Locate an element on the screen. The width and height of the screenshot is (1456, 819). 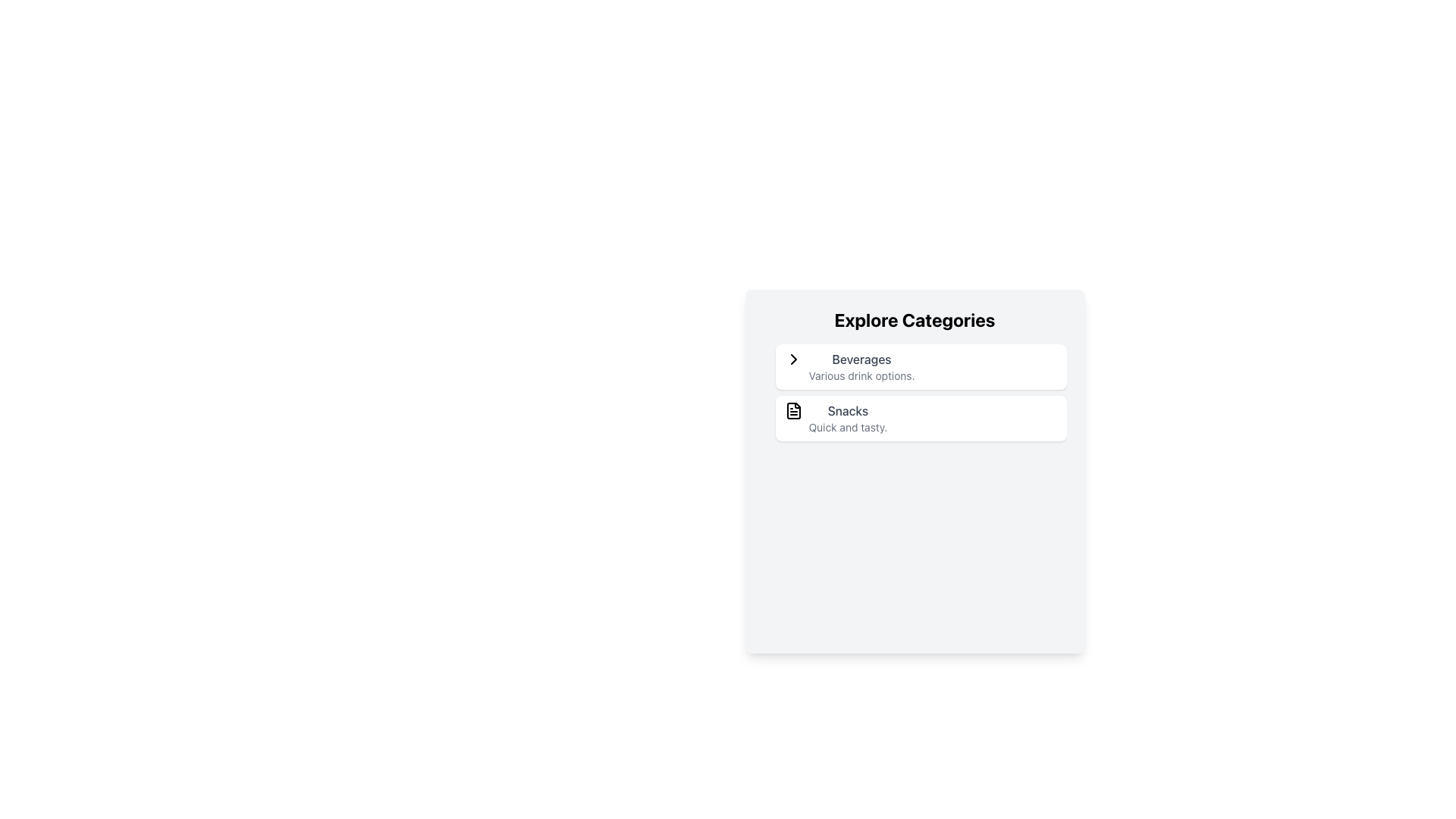
the right-facing chevron icon located to the left of the 'Beverages' text under 'Explore Categories' is located at coordinates (795, 359).